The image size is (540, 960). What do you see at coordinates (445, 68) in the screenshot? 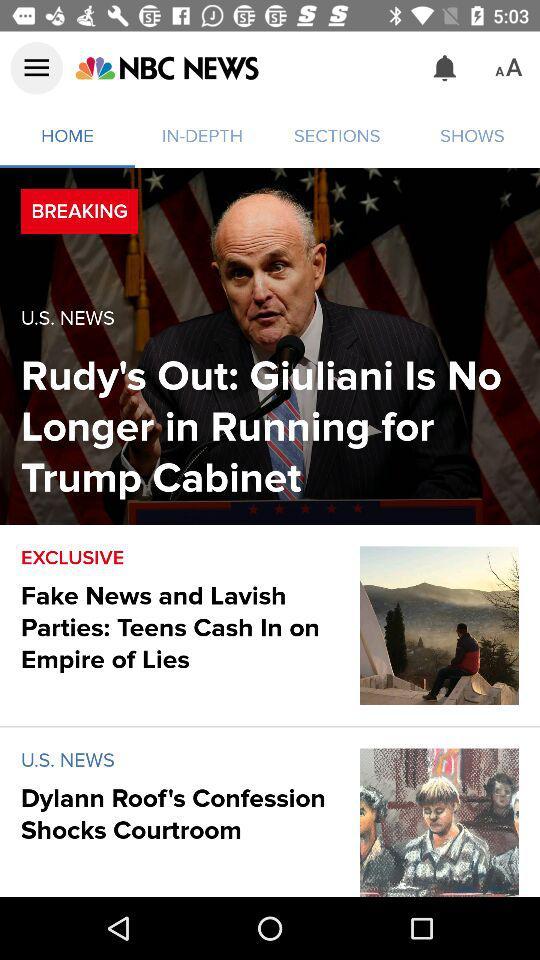
I see `icon above the shows item` at bounding box center [445, 68].